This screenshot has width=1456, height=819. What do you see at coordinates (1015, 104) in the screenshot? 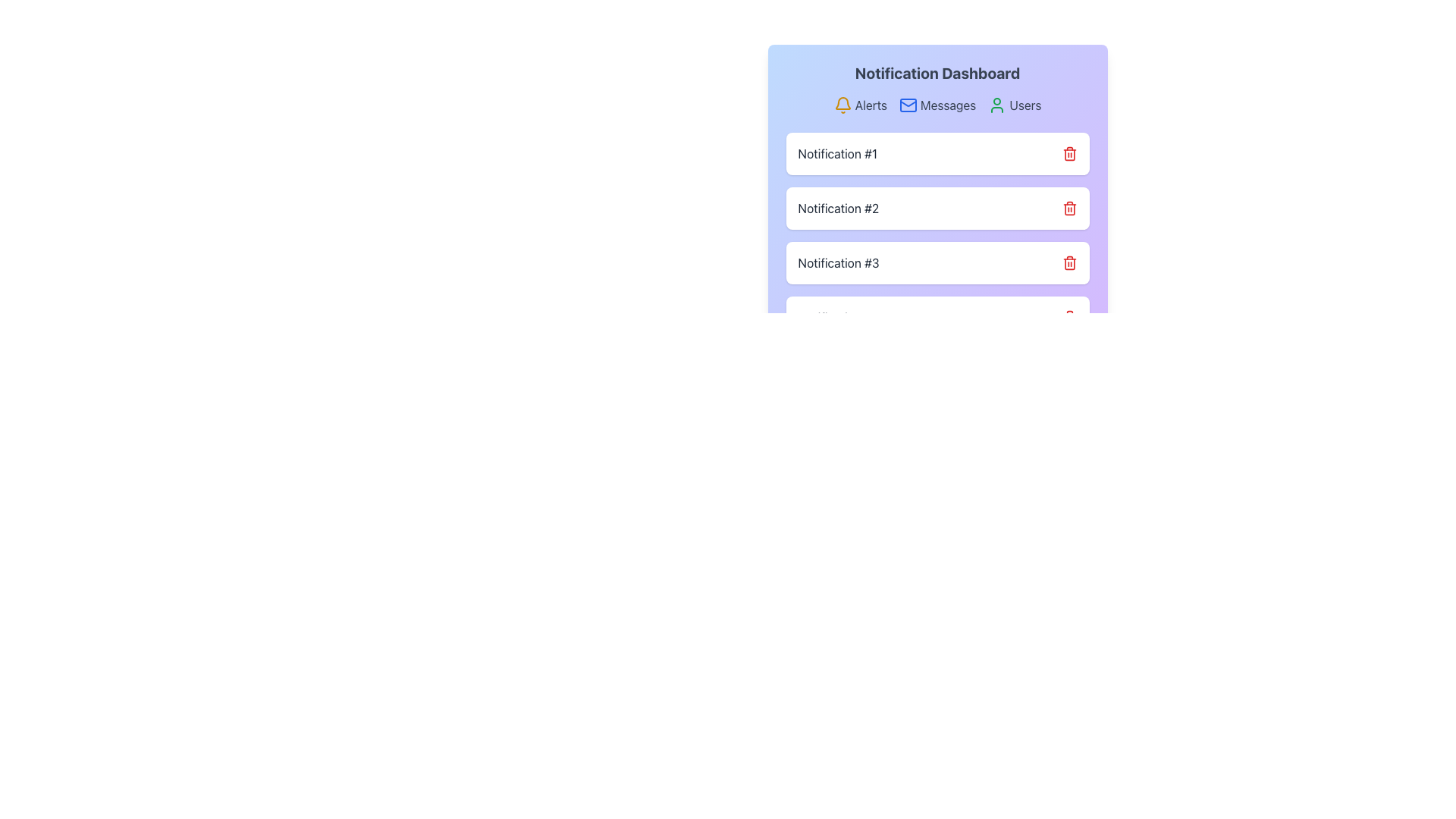
I see `the Navigation Label displaying 'Users' located at the rightmost position in the notification dashboard header area` at bounding box center [1015, 104].